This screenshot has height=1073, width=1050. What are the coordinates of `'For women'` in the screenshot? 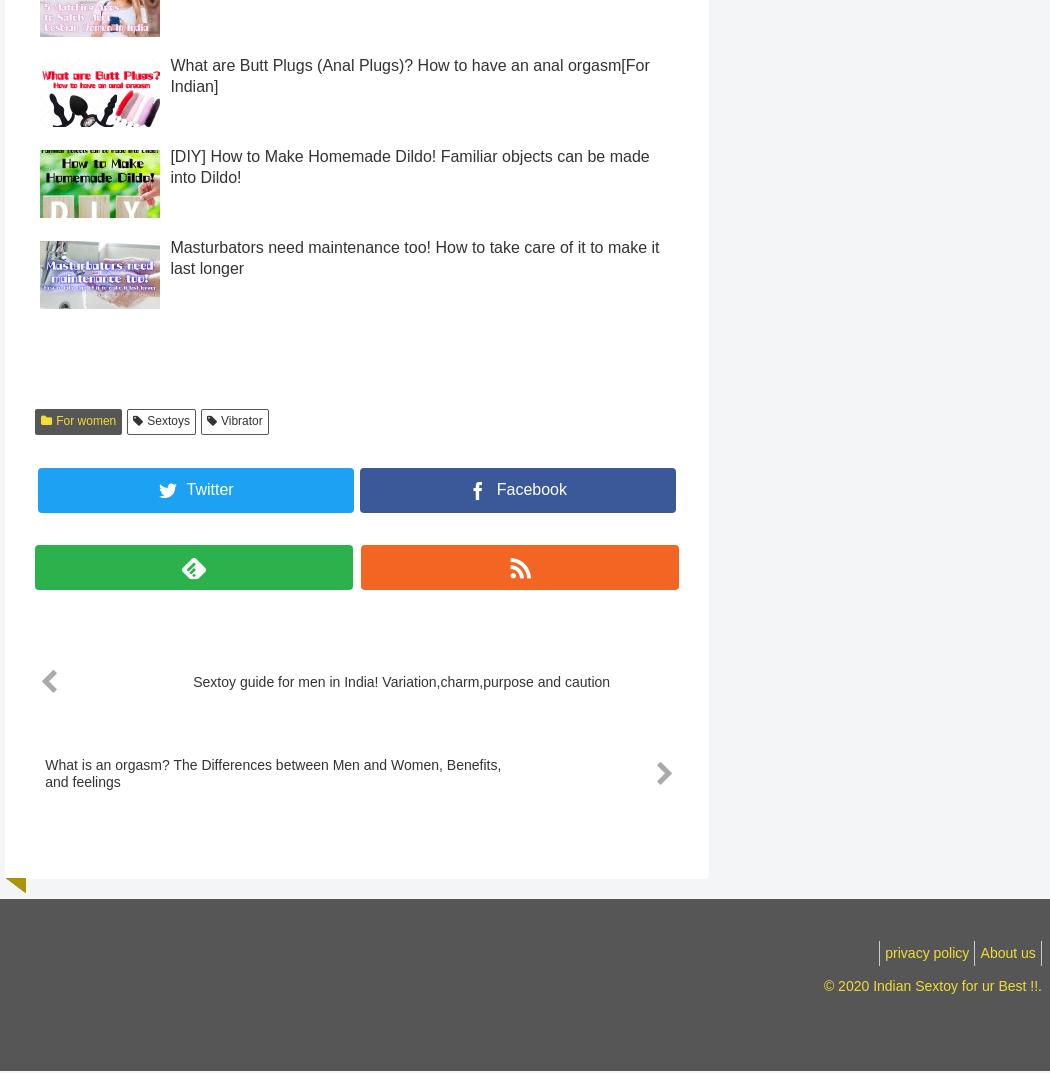 It's located at (85, 456).